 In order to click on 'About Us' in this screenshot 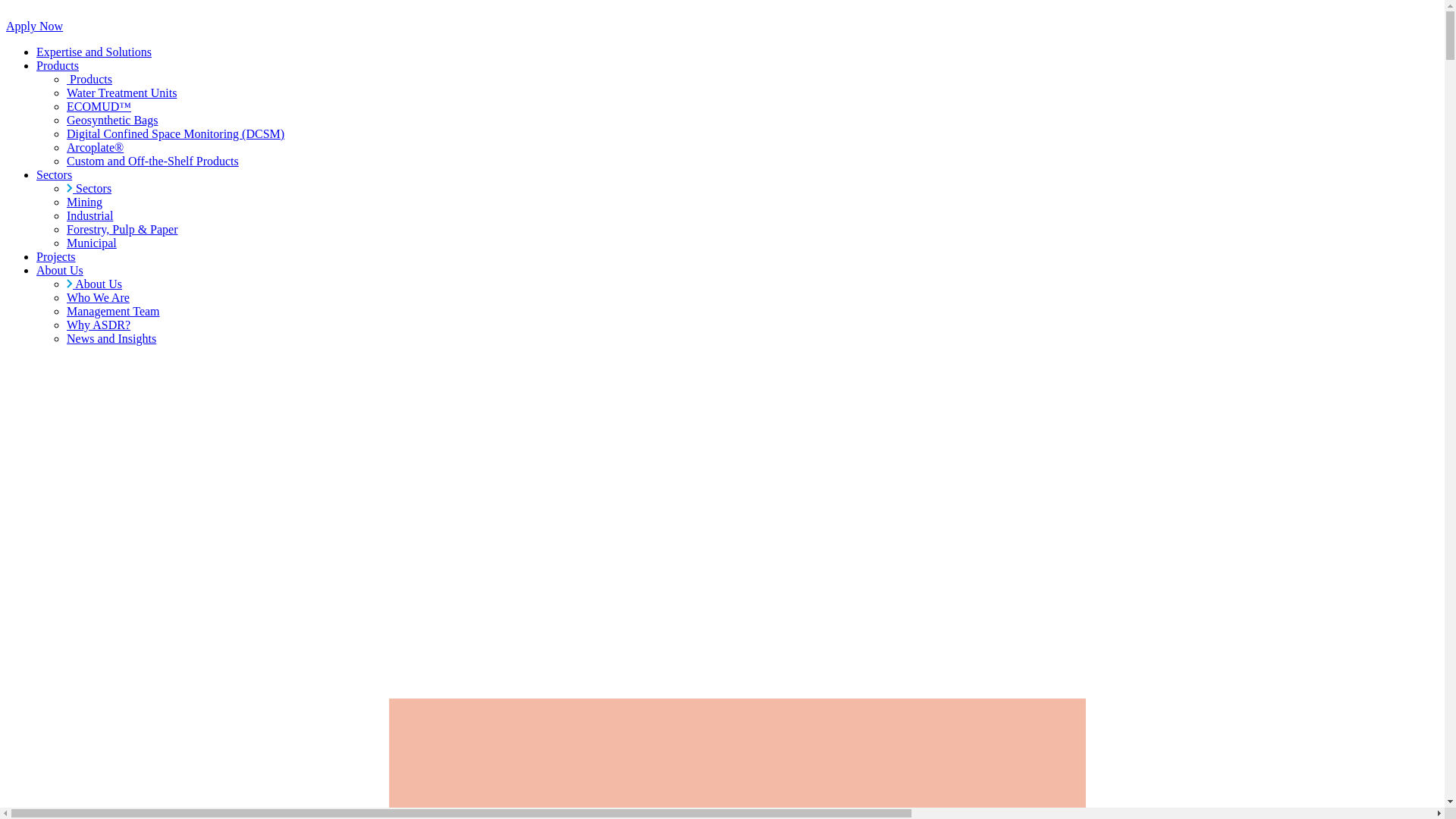, I will do `click(93, 284)`.